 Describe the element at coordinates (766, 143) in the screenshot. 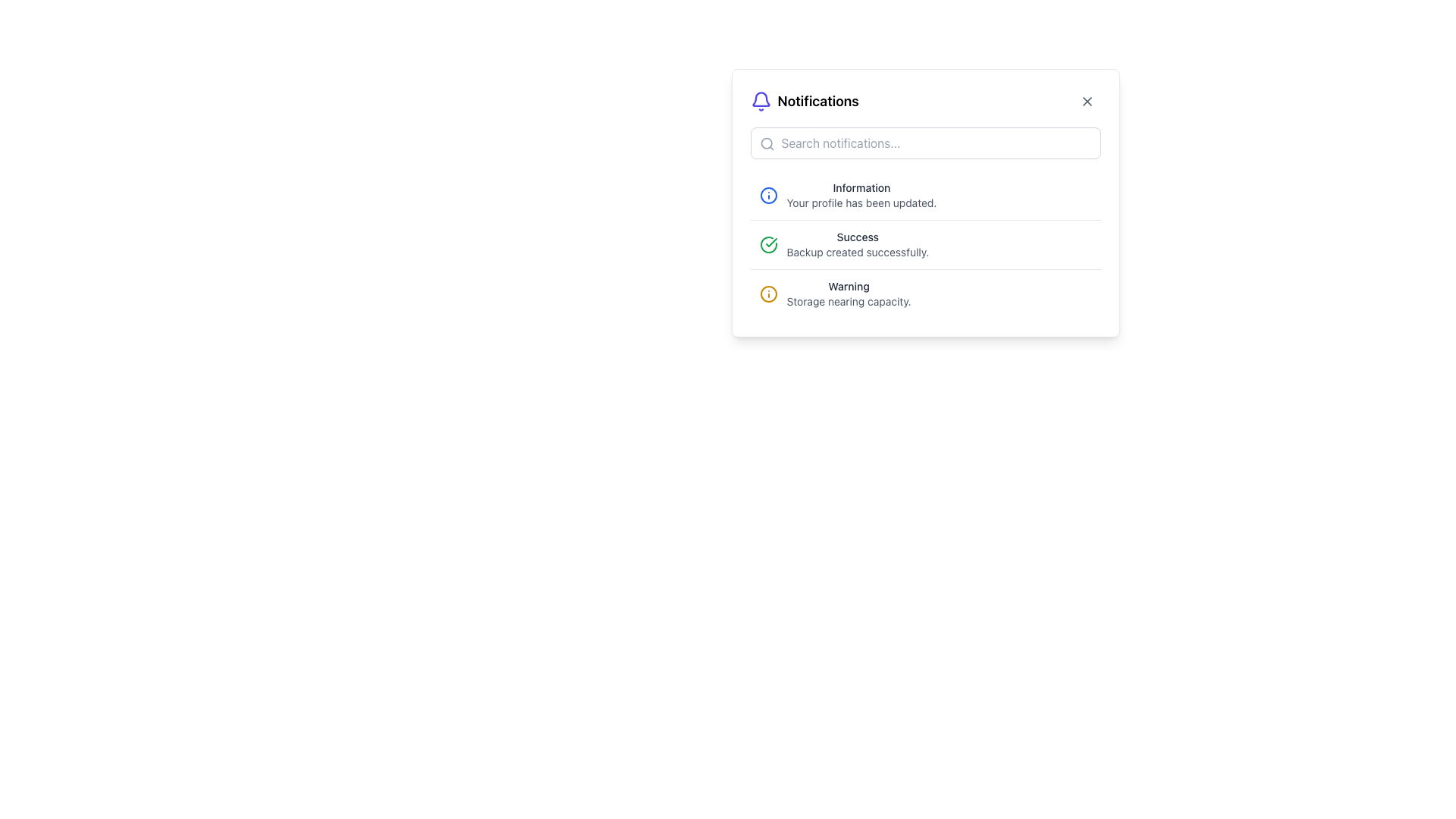

I see `the circular part of the magnifying glass icon located within the search input box at the top of the notification panel` at that location.